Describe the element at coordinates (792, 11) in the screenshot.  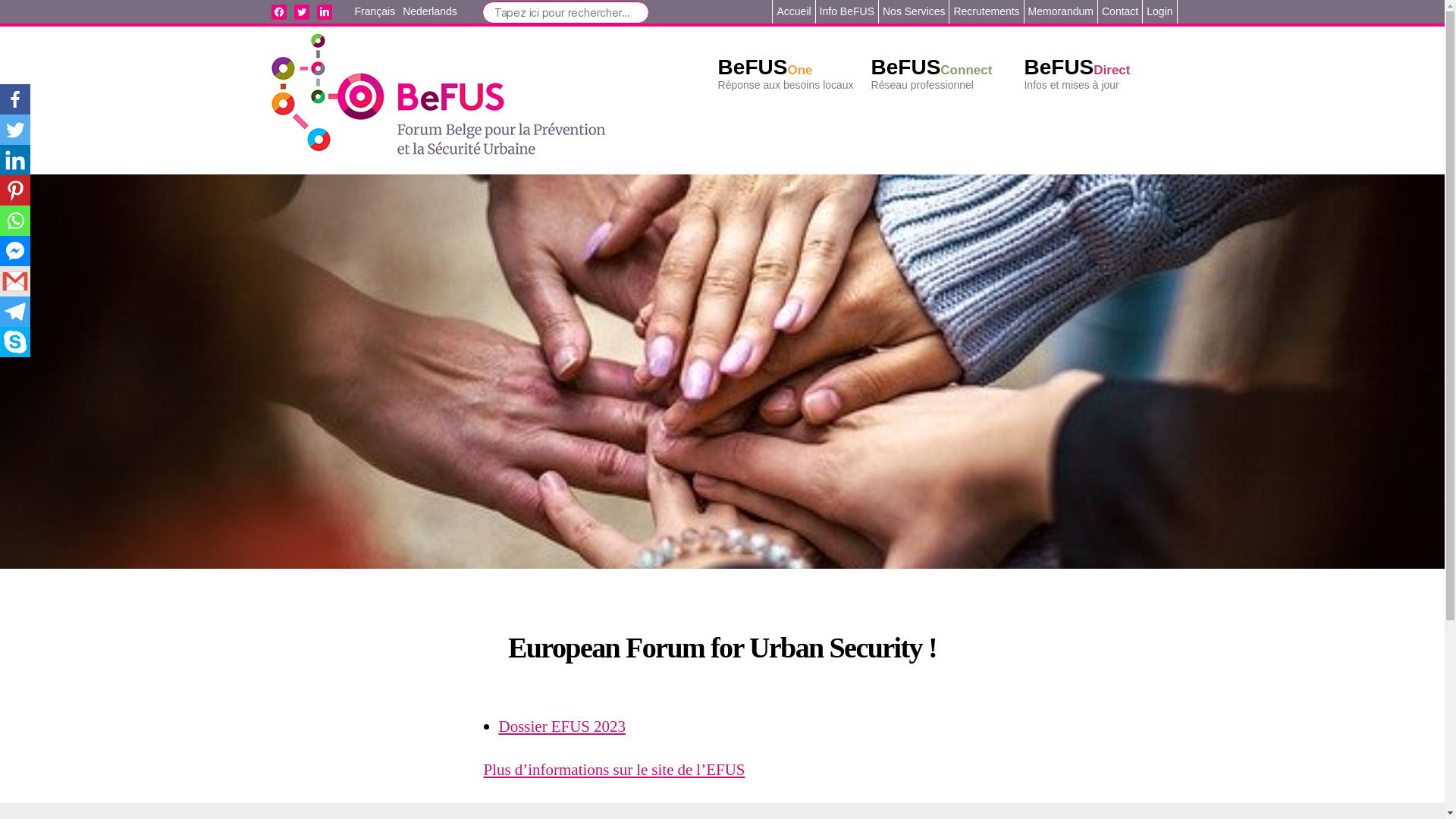
I see `'Accueil'` at that location.